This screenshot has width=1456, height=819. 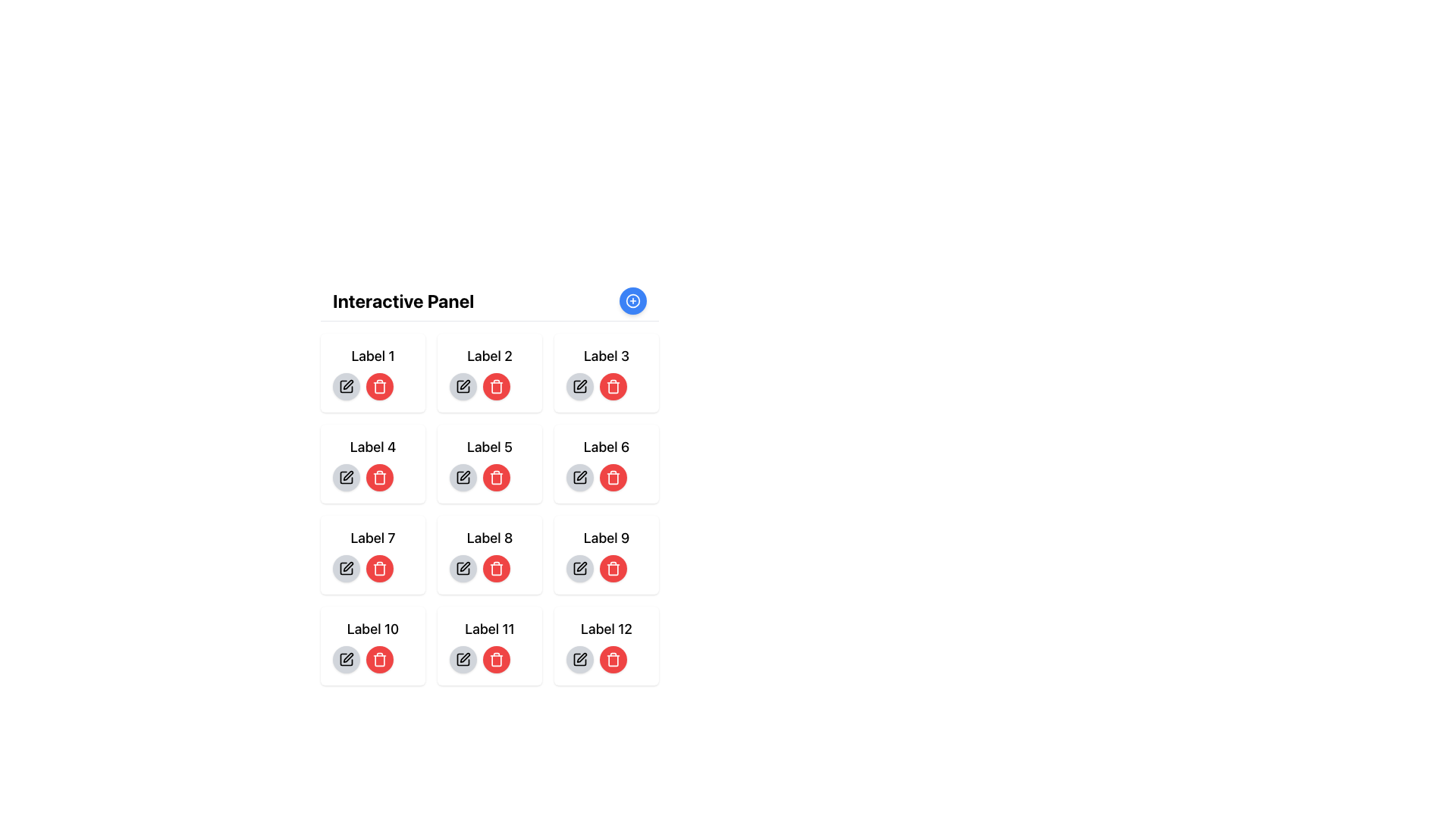 What do you see at coordinates (579, 568) in the screenshot?
I see `the circular button with a light gray background and a black edit icon in the center, located in the seventh column of the panel labeled 'Label 9'` at bounding box center [579, 568].